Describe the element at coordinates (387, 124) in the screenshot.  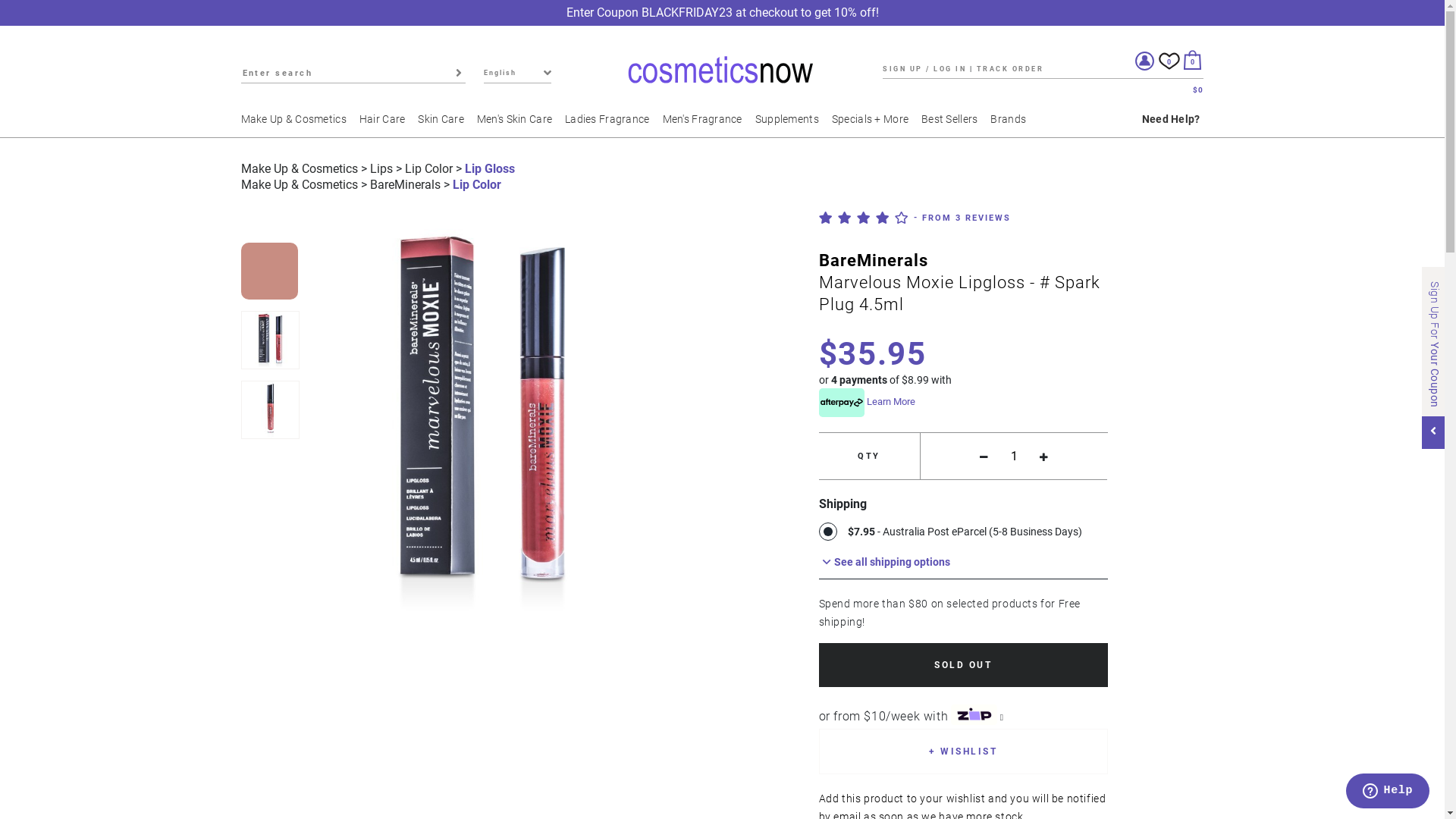
I see `'Hair Care'` at that location.